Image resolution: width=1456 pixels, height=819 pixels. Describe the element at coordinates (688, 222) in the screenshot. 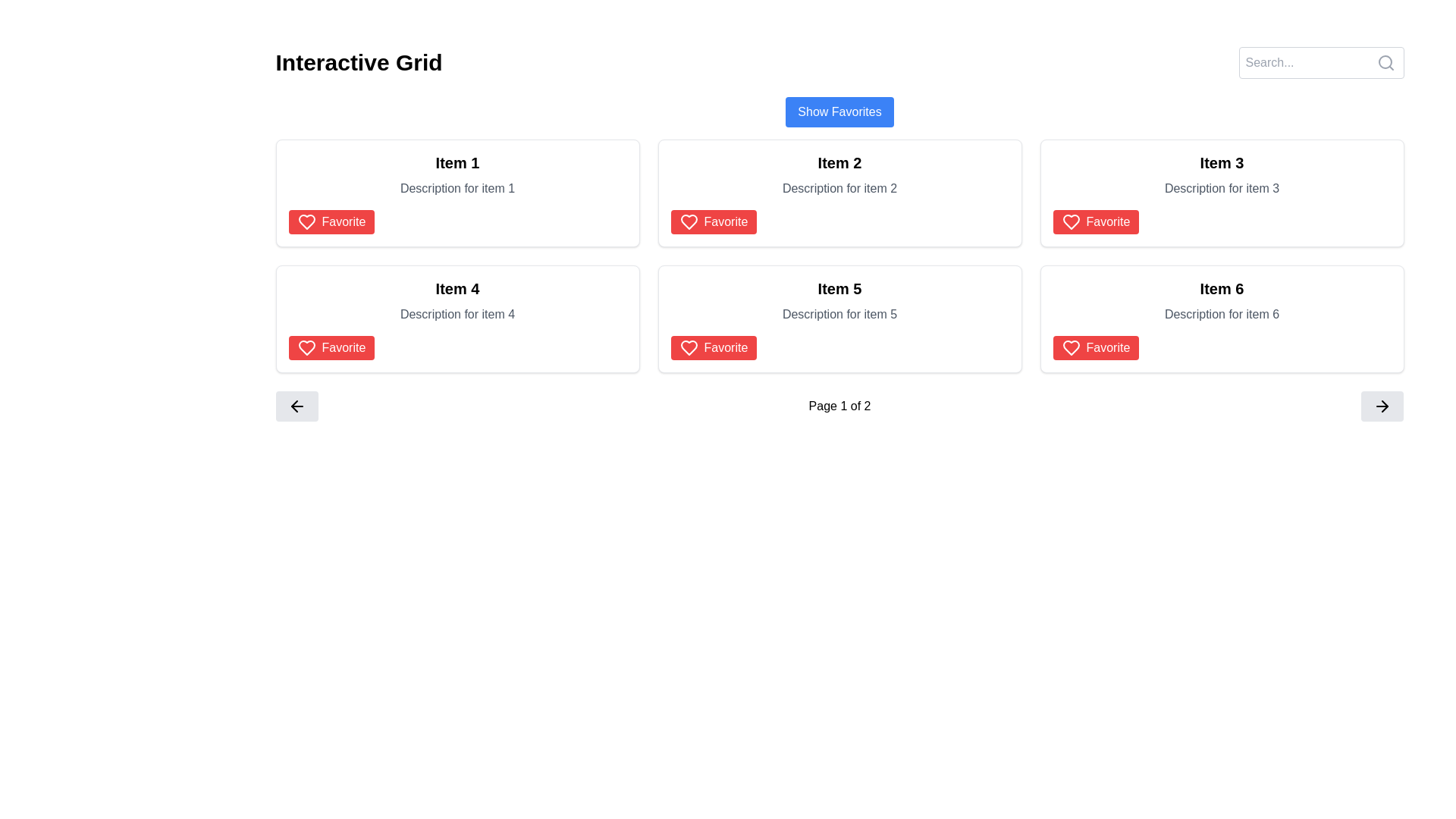

I see `the red heart icon used for marking favorites or likes, located within the 'Item 2' card, to the left of the 'Favorite' button` at that location.